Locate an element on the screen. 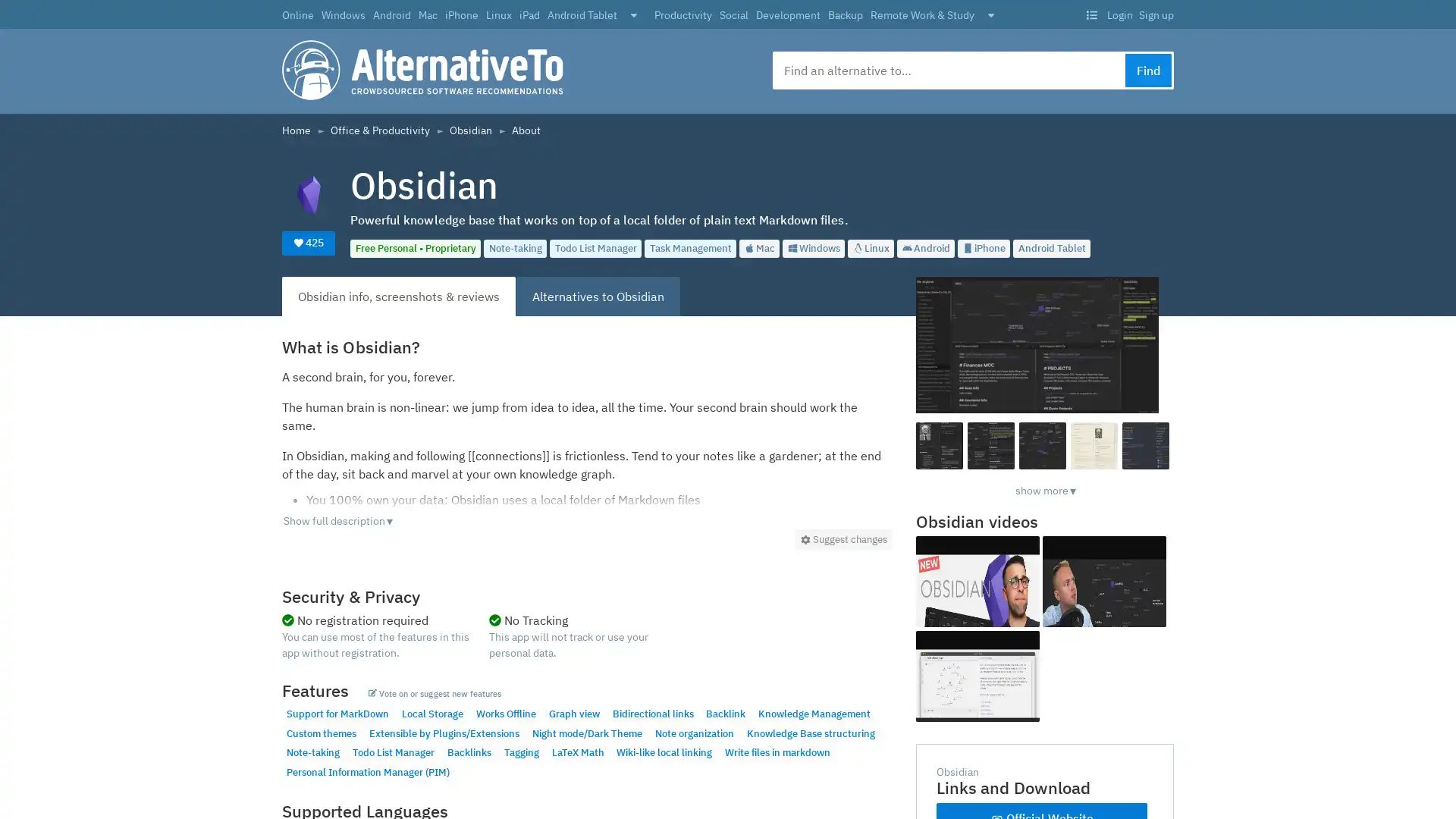 Image resolution: width=1456 pixels, height=819 pixels. 425 is located at coordinates (308, 242).